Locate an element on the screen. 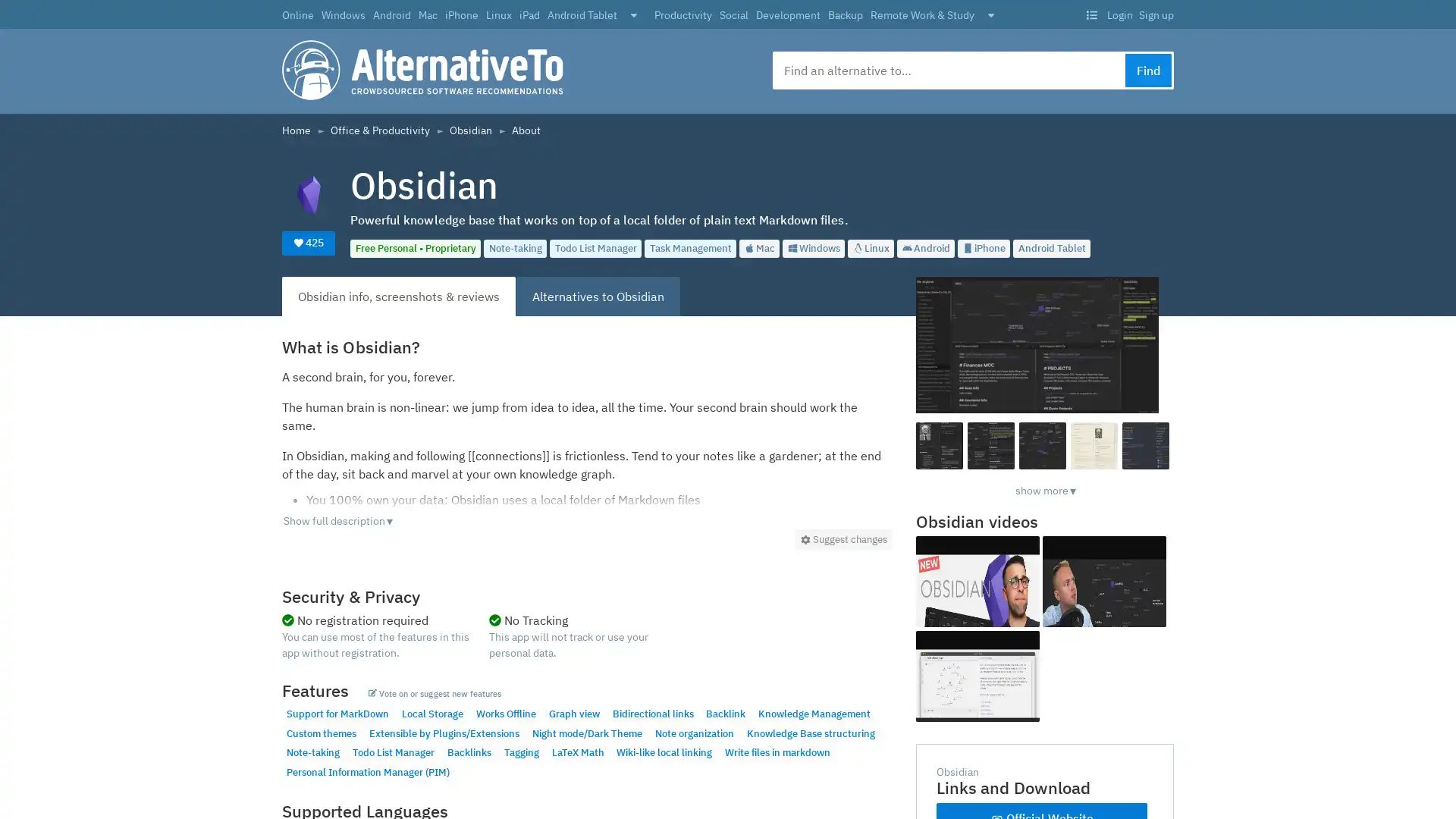 Image resolution: width=1456 pixels, height=819 pixels. 425 is located at coordinates (308, 242).